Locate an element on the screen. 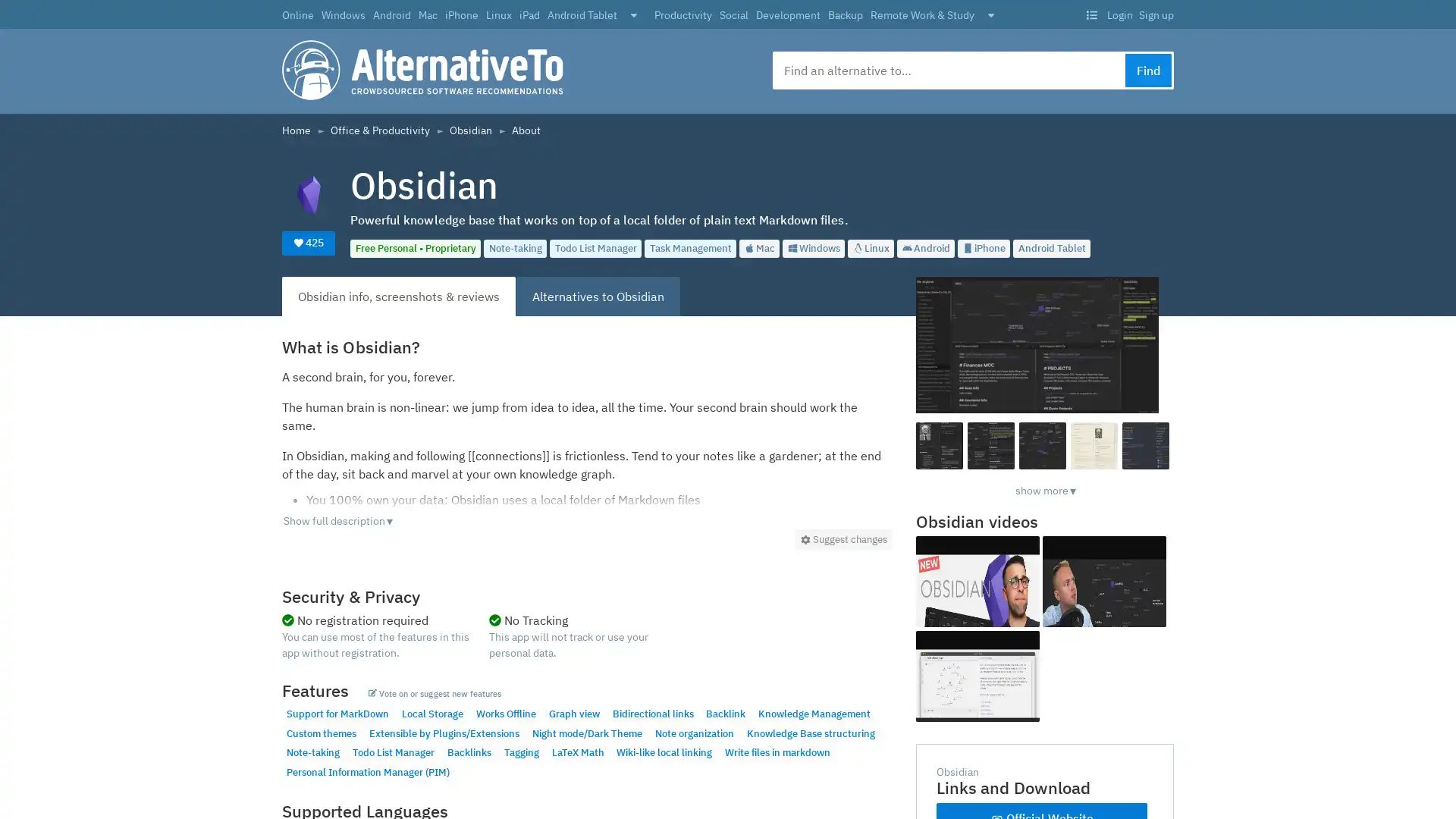 Image resolution: width=1456 pixels, height=819 pixels. 425 is located at coordinates (308, 242).